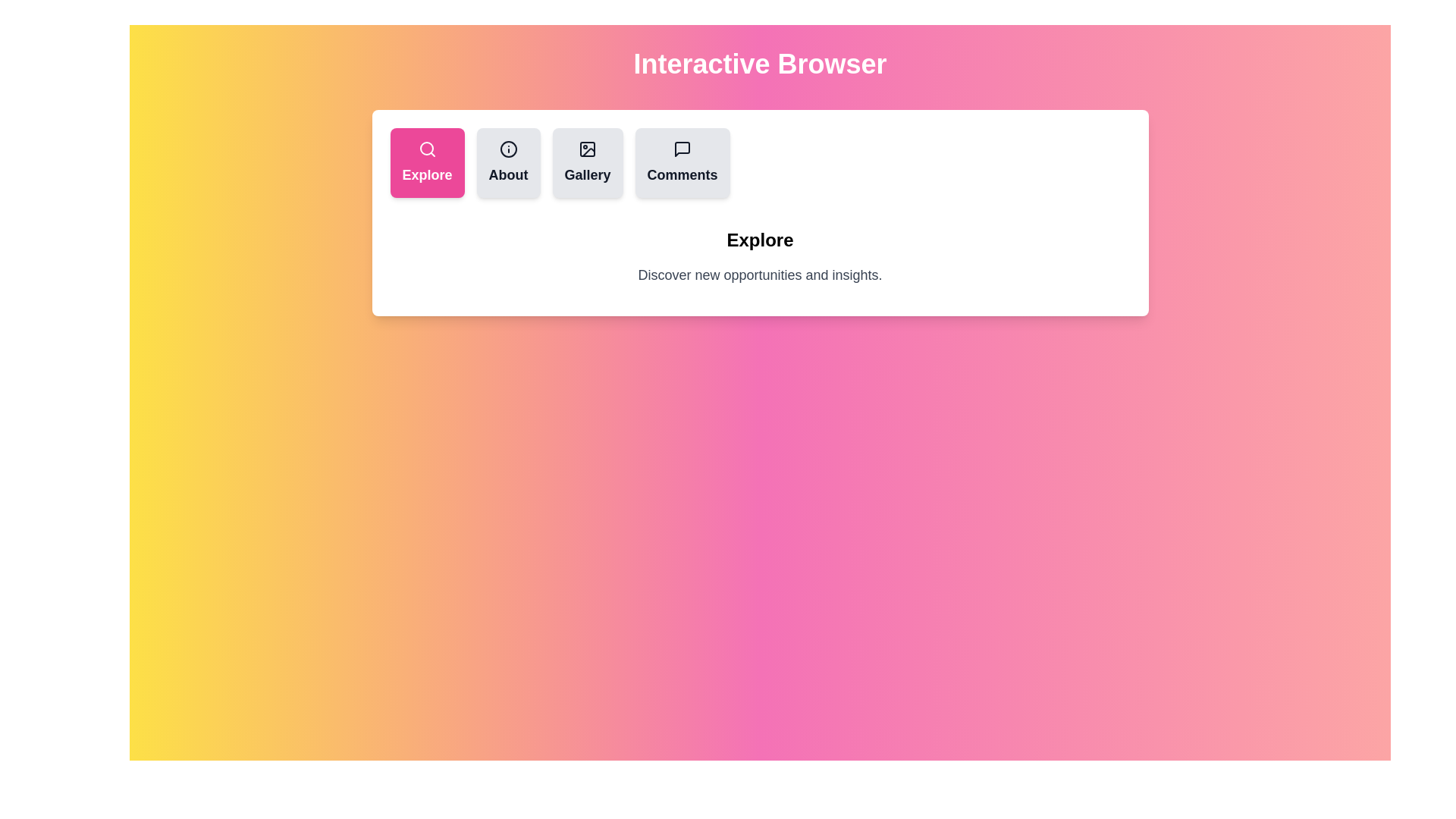 The height and width of the screenshot is (819, 1456). Describe the element at coordinates (508, 163) in the screenshot. I see `the tab button labeled About to observe the visual feedback effect` at that location.